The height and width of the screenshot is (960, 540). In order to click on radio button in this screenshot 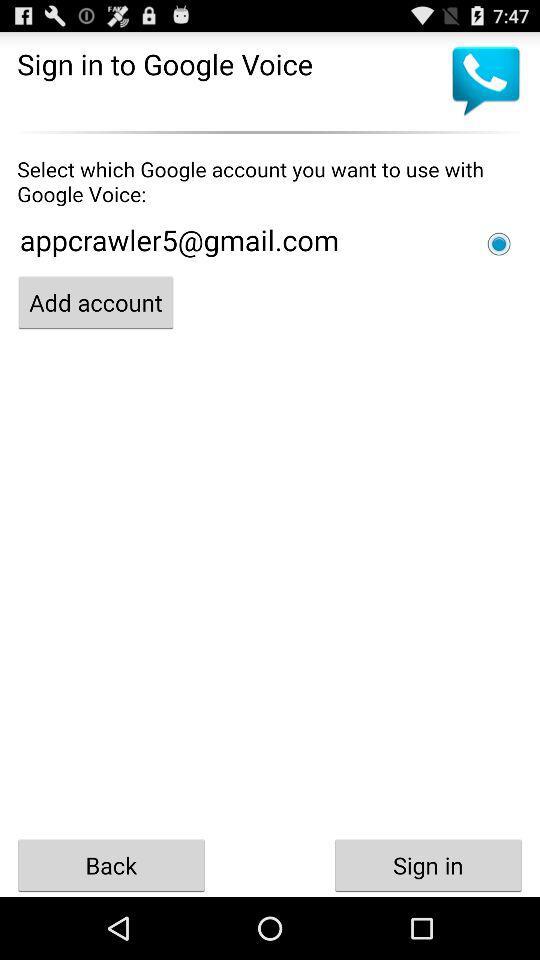, I will do `click(498, 243)`.